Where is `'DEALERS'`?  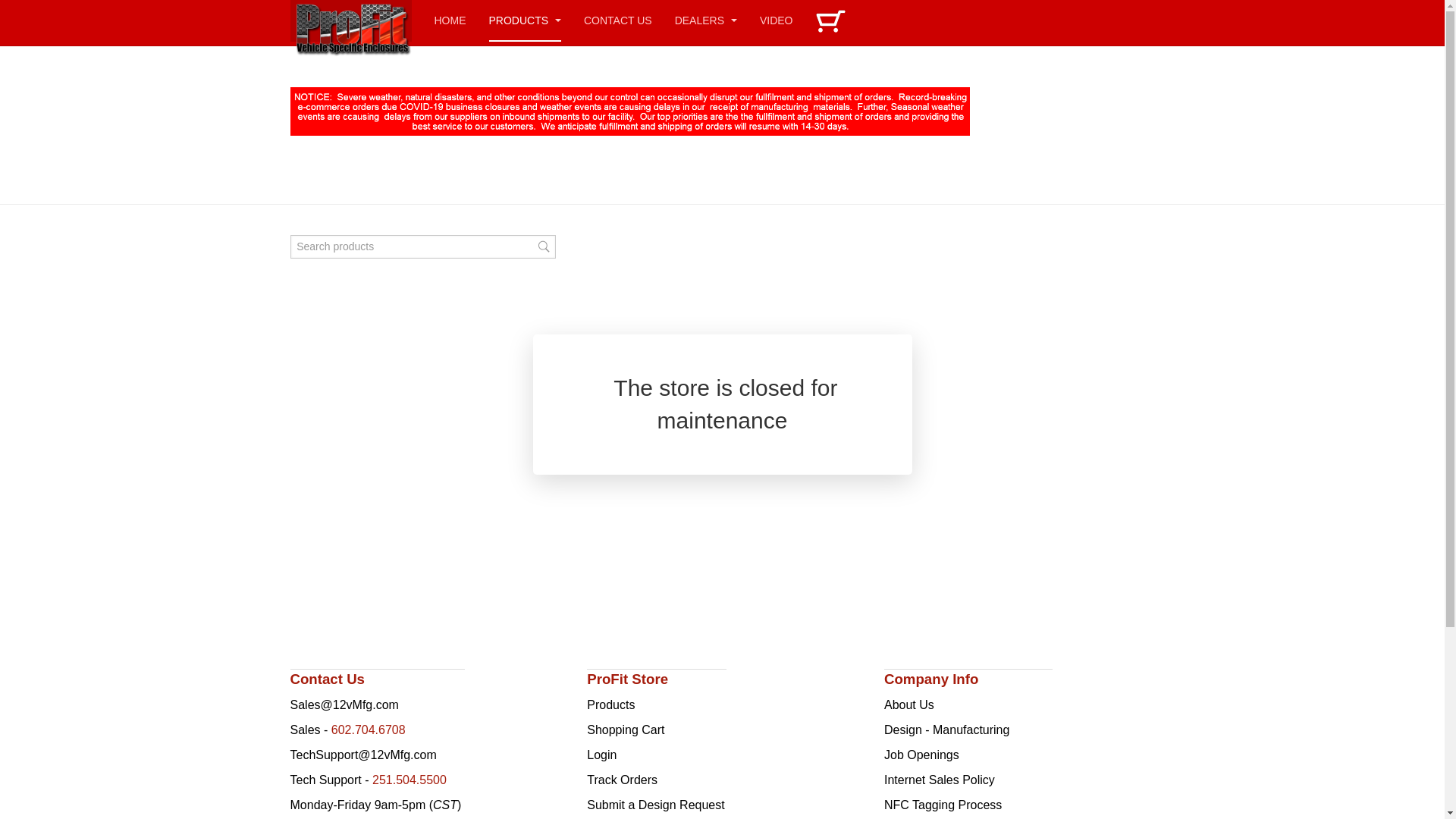 'DEALERS' is located at coordinates (705, 20).